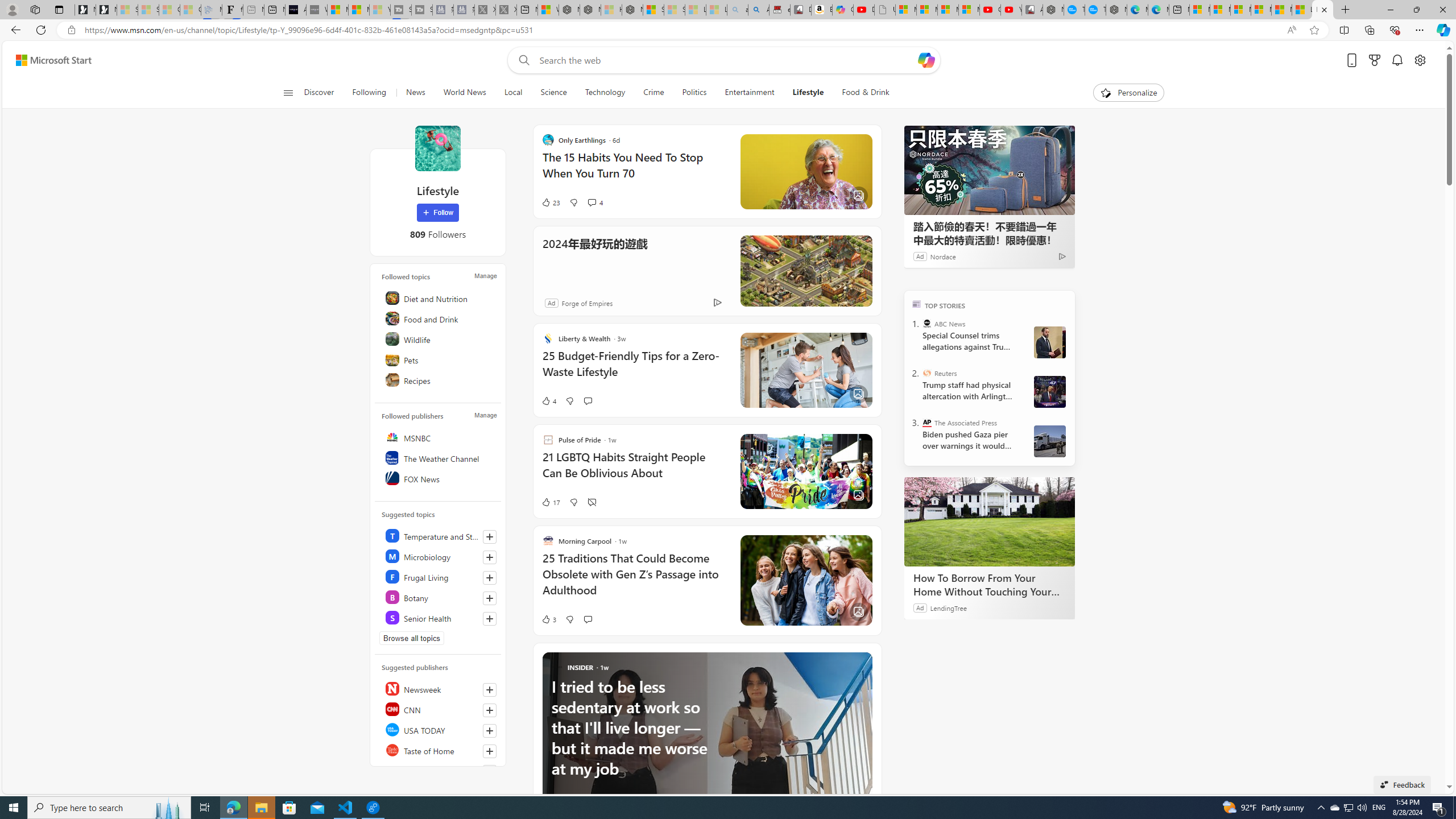 This screenshot has height=819, width=1456. Describe the element at coordinates (591, 202) in the screenshot. I see `'View comments 4 Comment'` at that location.